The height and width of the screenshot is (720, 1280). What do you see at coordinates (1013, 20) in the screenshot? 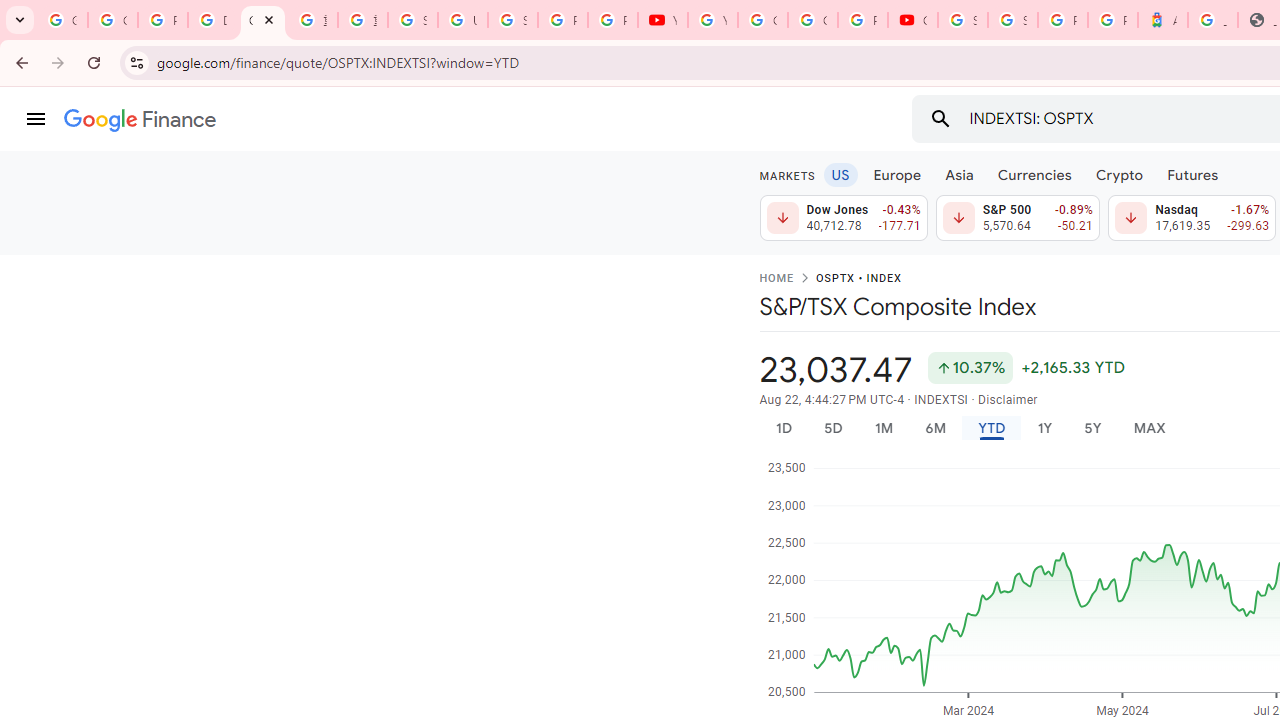
I see `'Sign in - Google Accounts'` at bounding box center [1013, 20].